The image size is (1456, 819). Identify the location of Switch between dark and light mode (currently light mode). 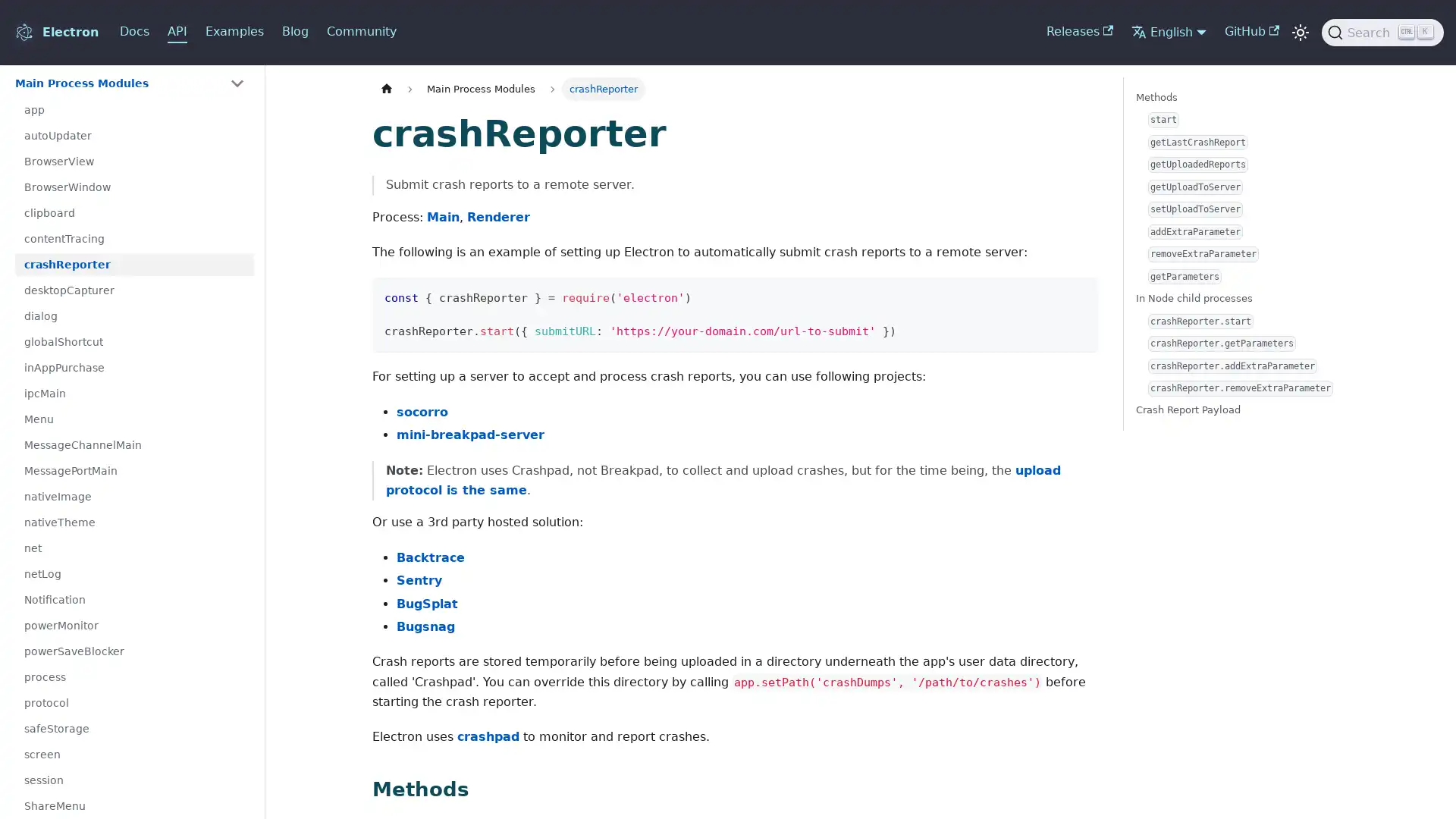
(1299, 32).